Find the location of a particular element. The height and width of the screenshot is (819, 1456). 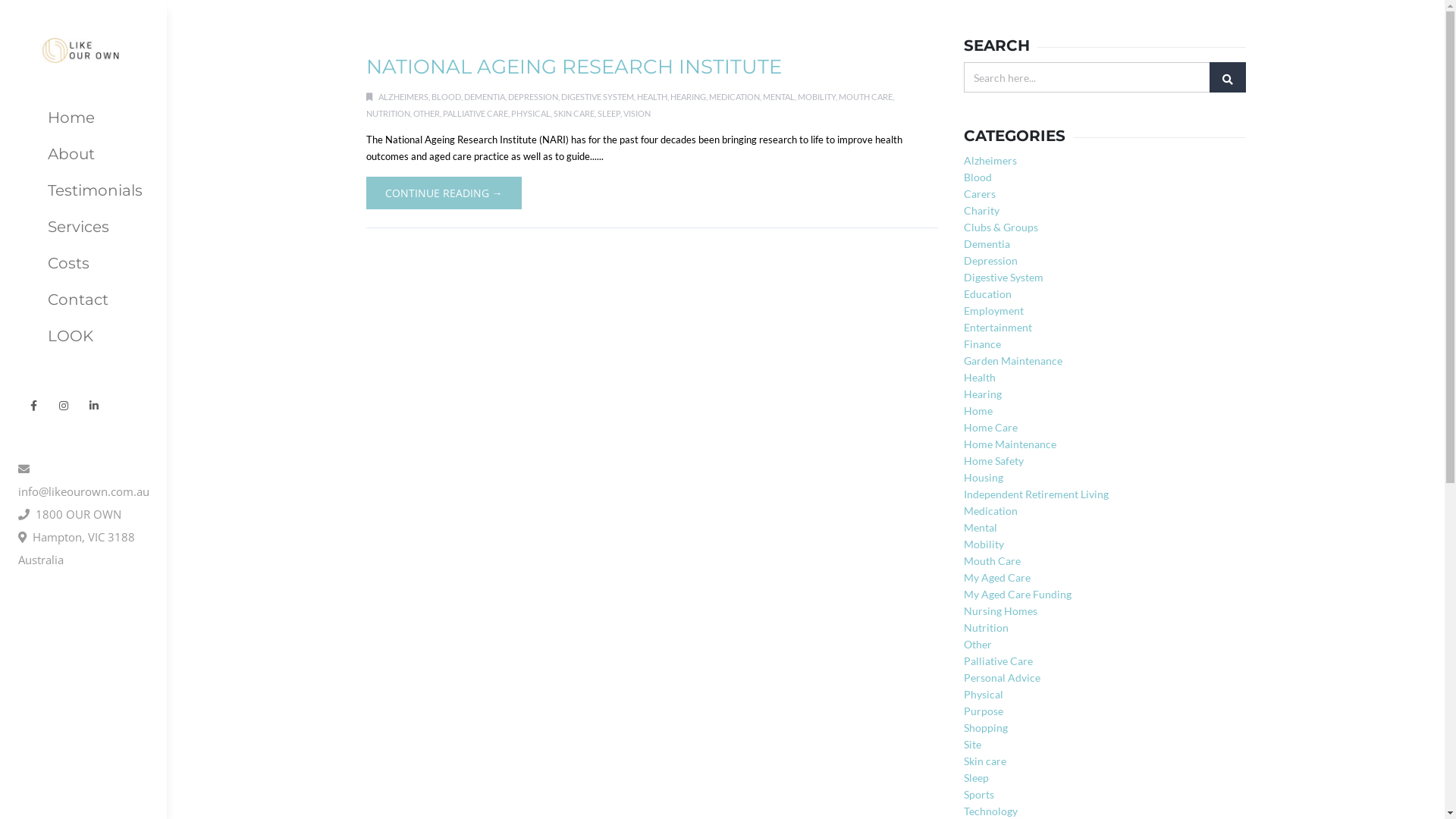

'PHYSICAL' is located at coordinates (531, 111).